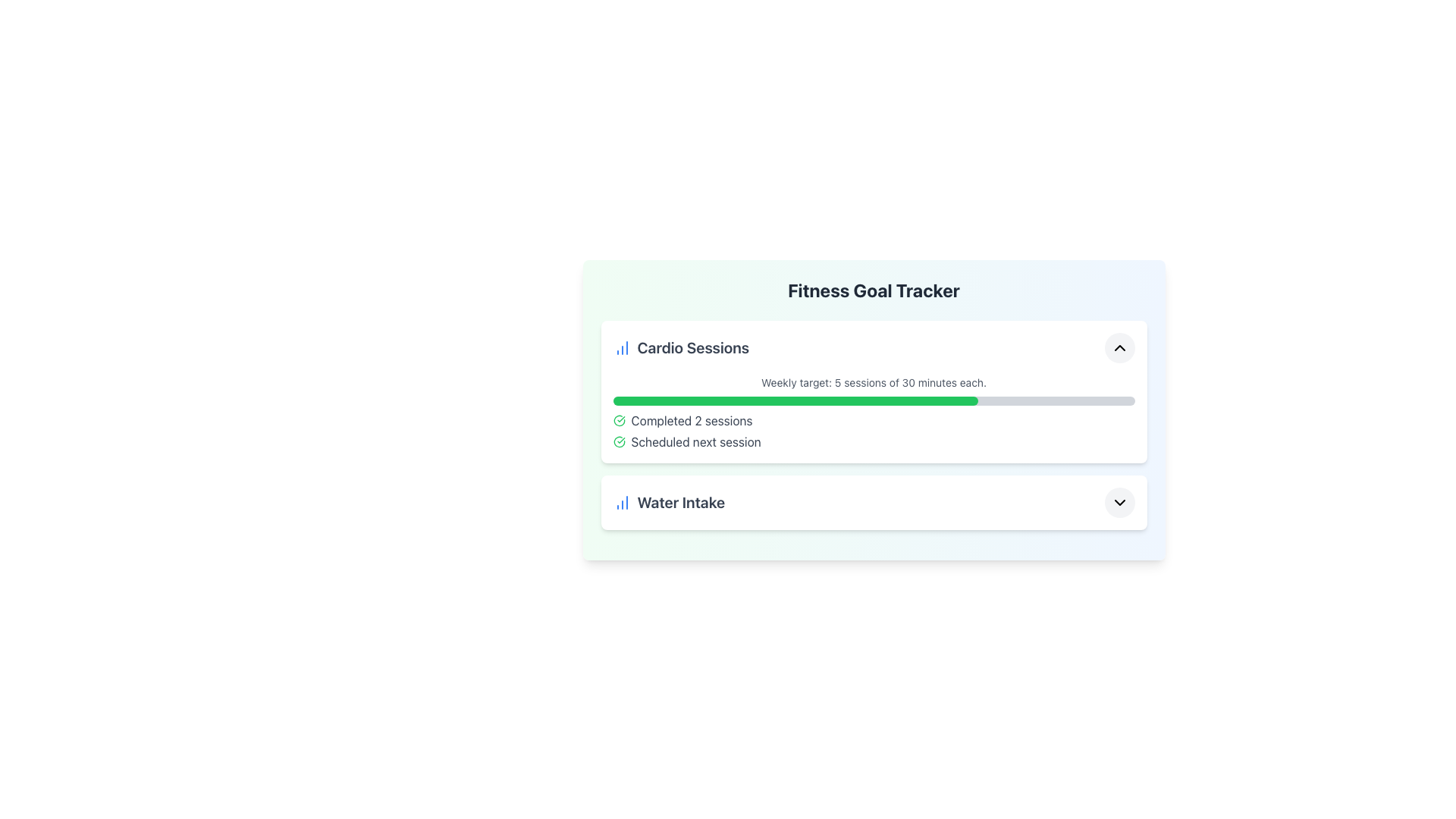  Describe the element at coordinates (619, 421) in the screenshot. I see `the circular confirmation icon with a green stroke and checkmark, which indicates successful completion, located to the left of the text 'Completed 2 sessions'` at that location.